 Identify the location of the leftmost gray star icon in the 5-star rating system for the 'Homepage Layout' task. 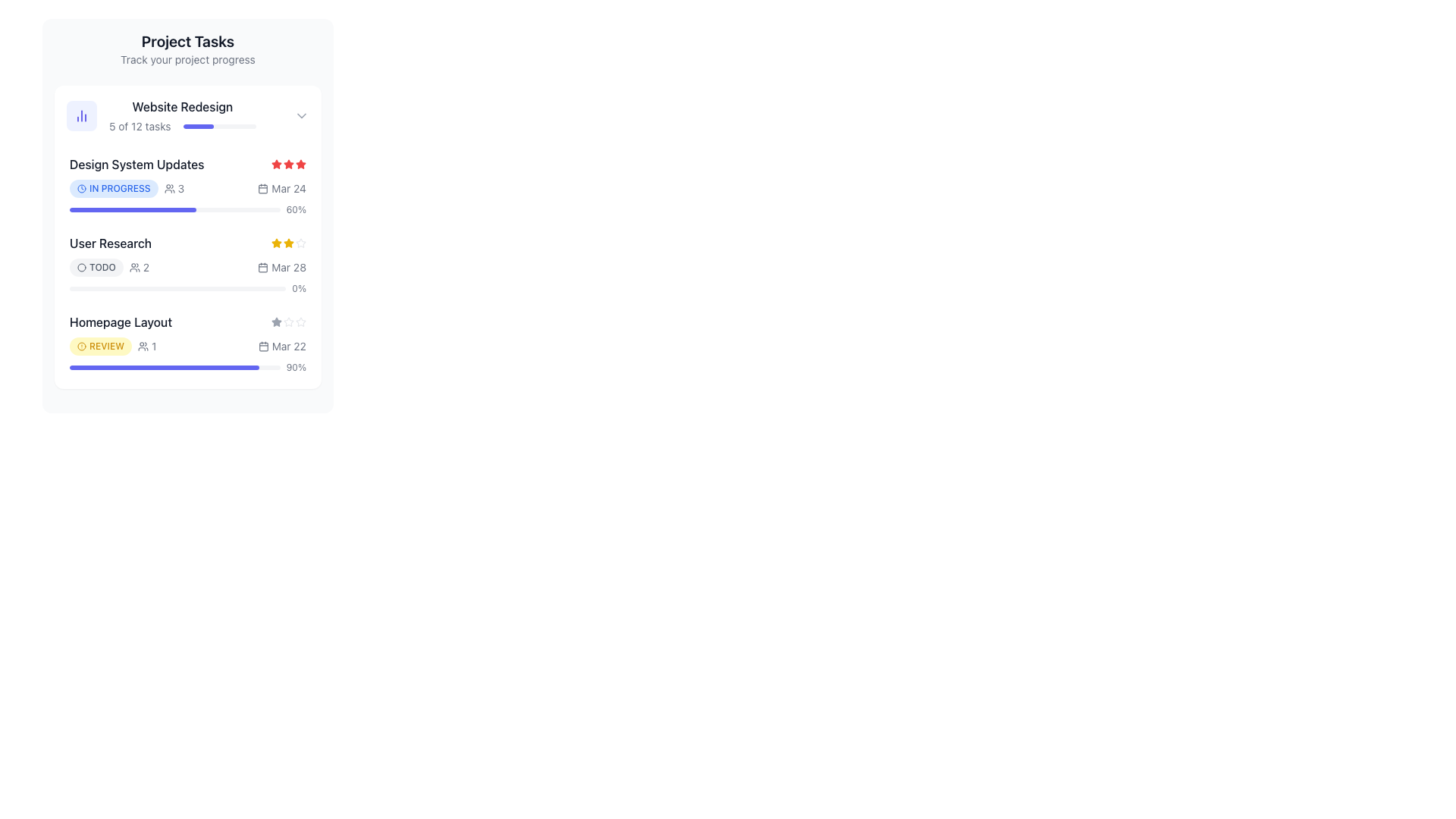
(276, 321).